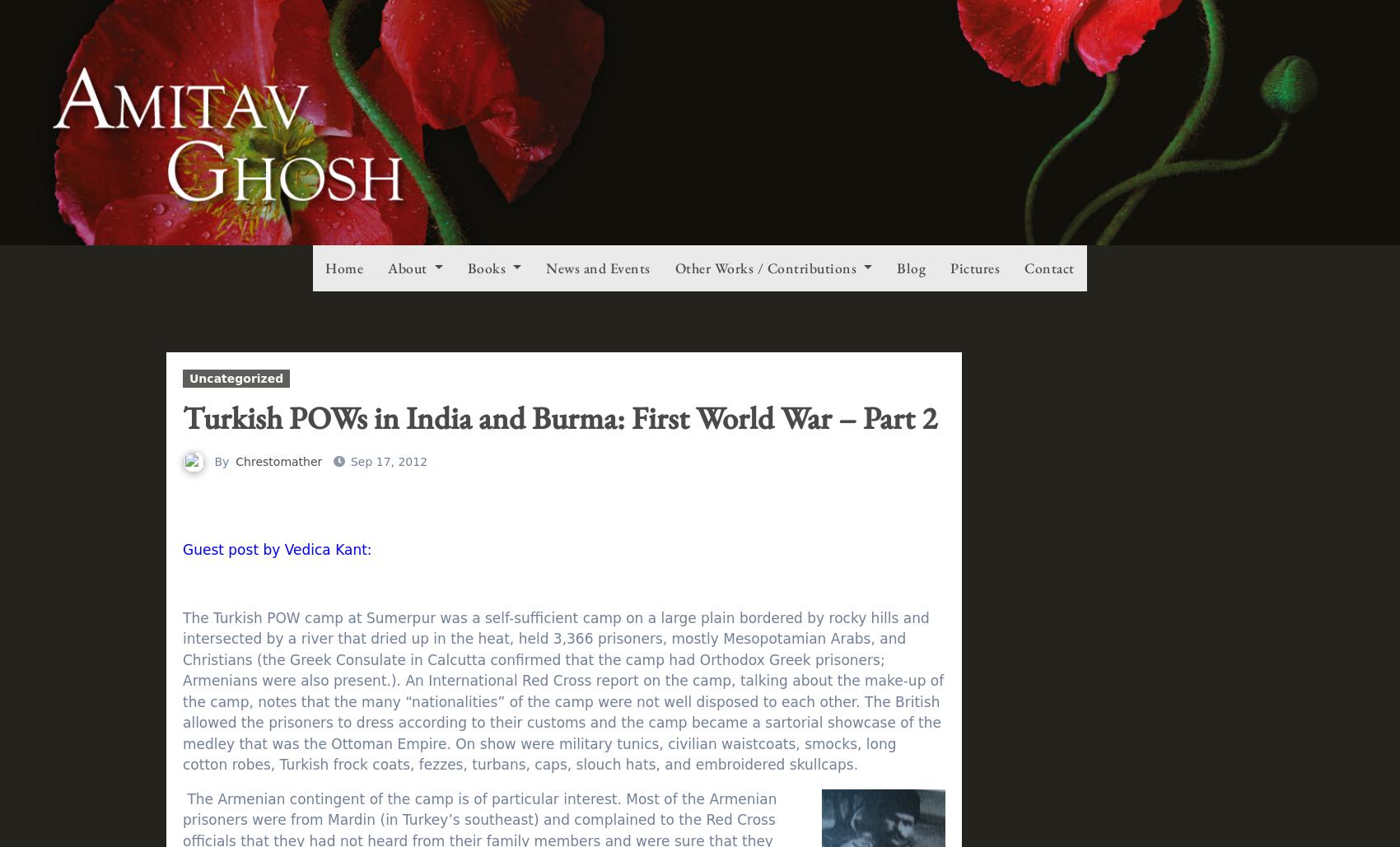 The width and height of the screenshot is (1400, 847). What do you see at coordinates (460, 610) in the screenshot?
I see `'February 27, 2015 at 6:22 pm'` at bounding box center [460, 610].